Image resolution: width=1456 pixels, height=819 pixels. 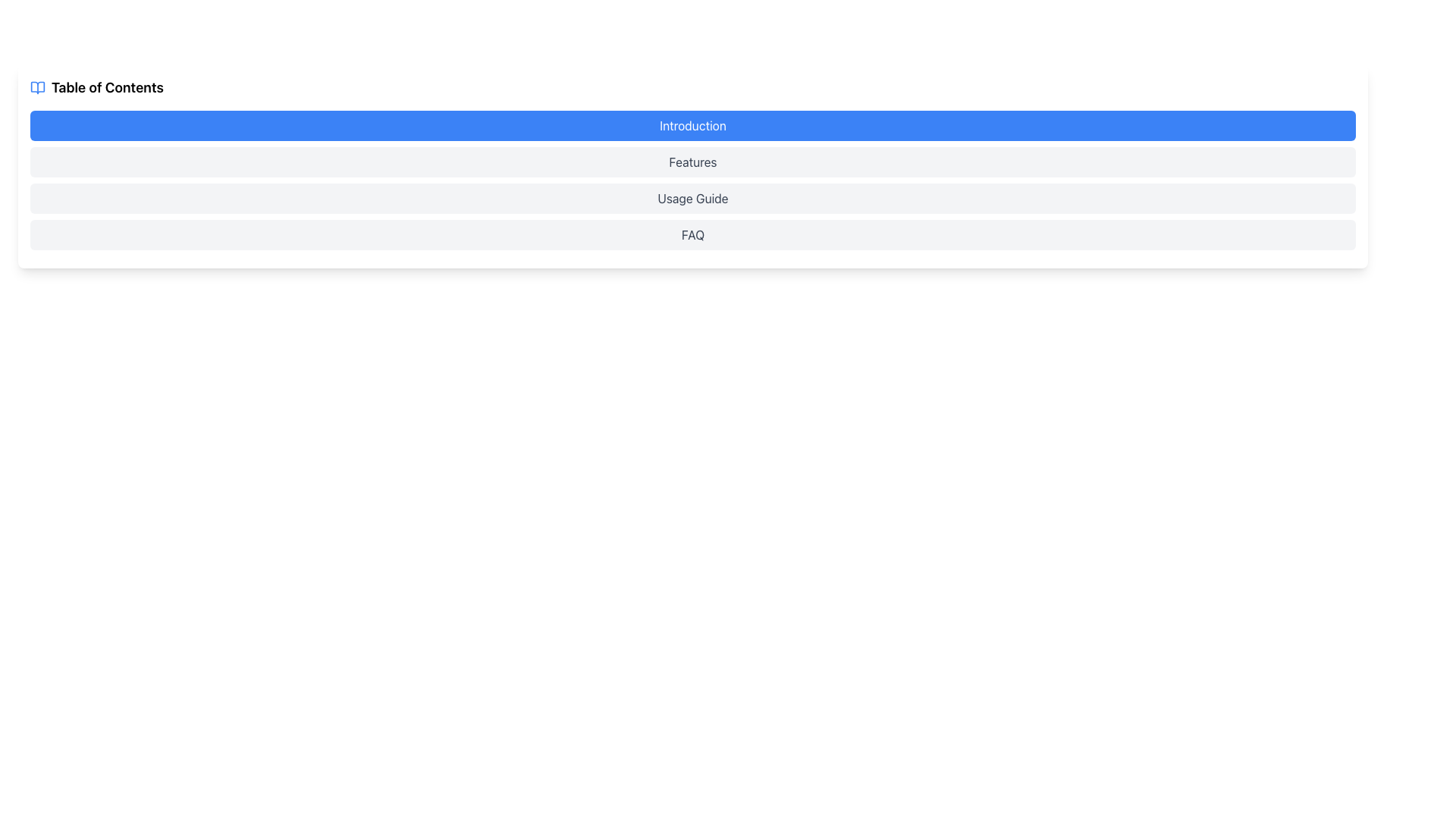 I want to click on the 'FAQ' button, which is the last entry in the navigation list, so click(x=692, y=234).